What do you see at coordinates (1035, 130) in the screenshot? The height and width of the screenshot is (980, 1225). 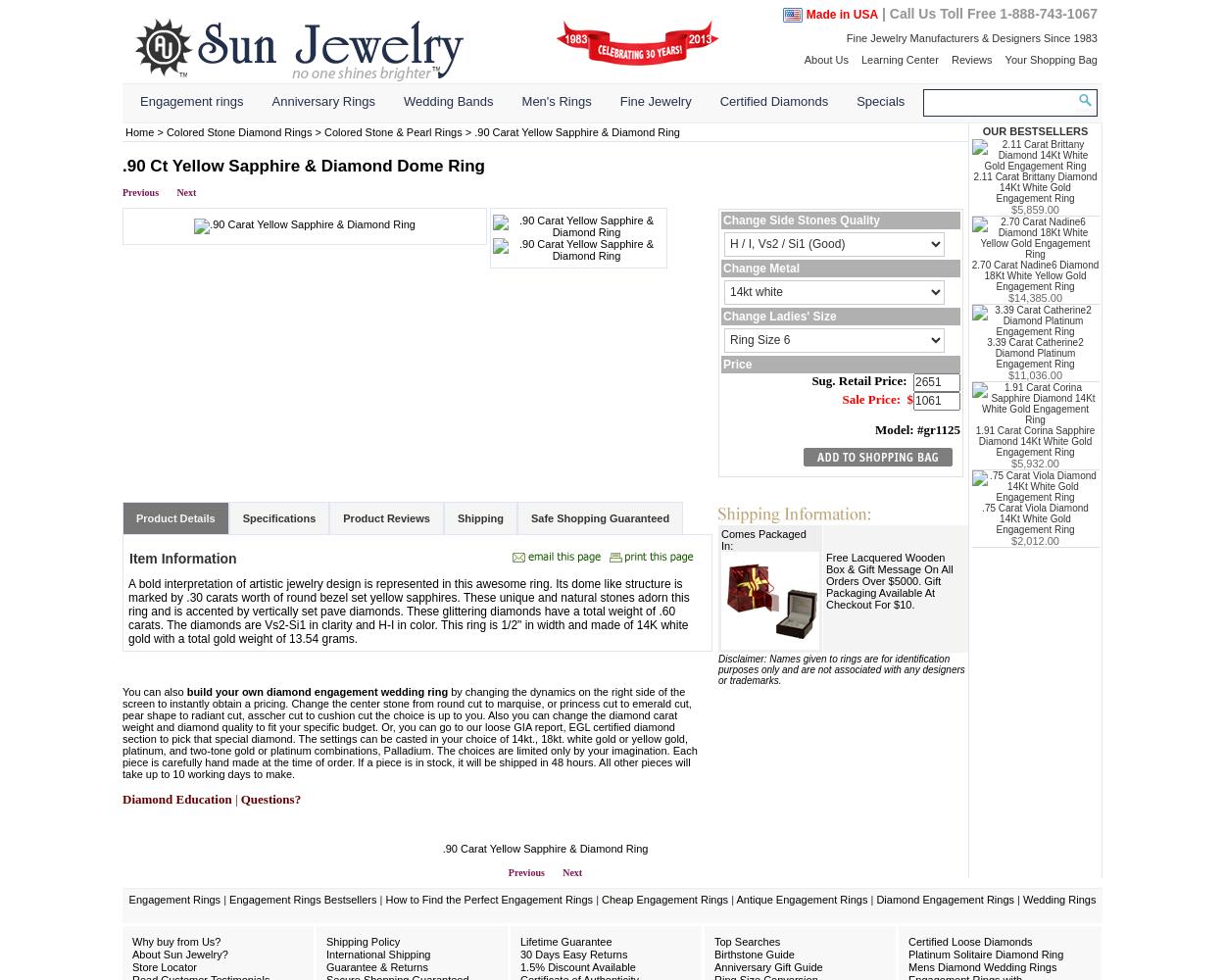 I see `'Our Bestsellers'` at bounding box center [1035, 130].